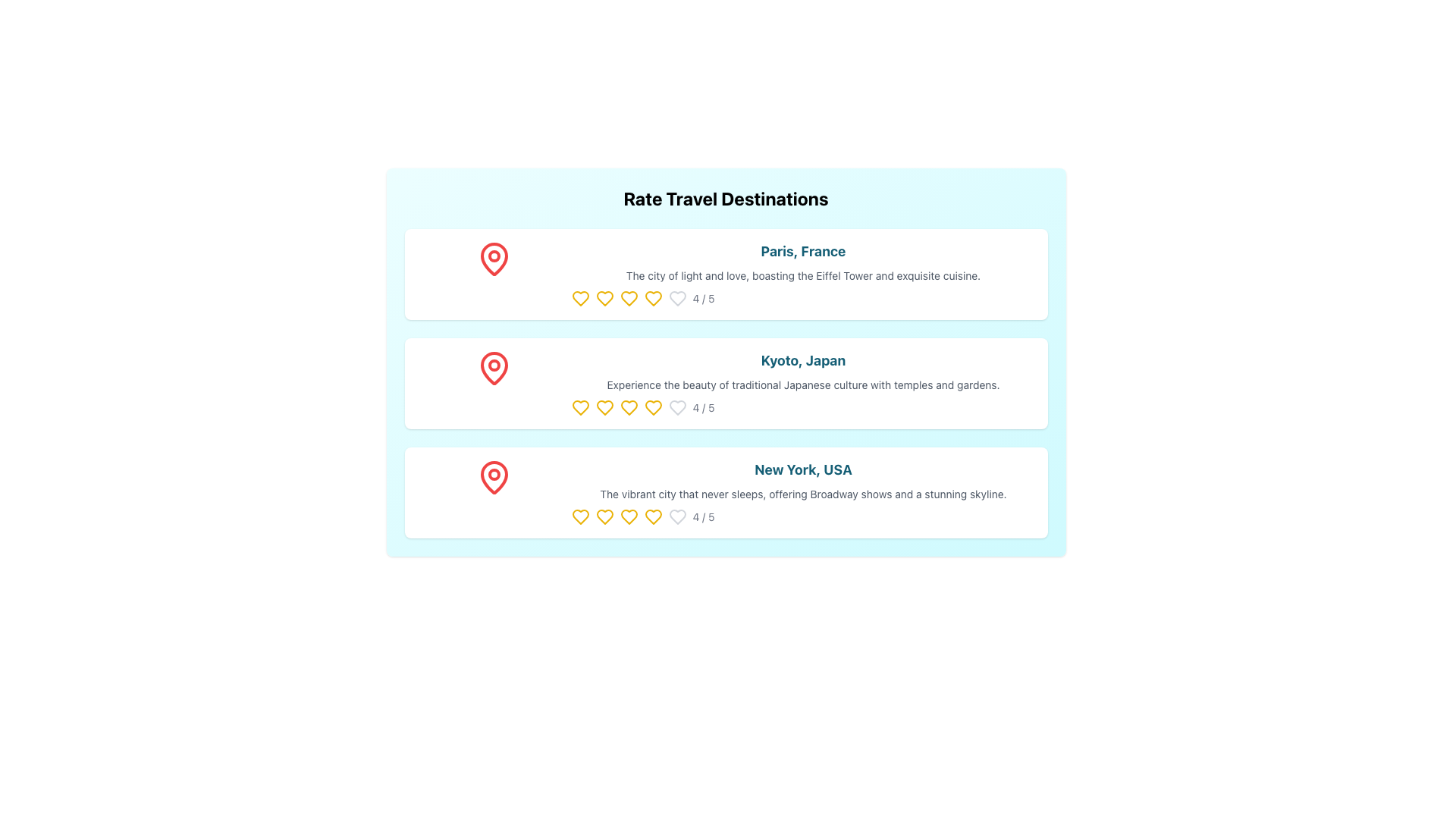 This screenshot has height=819, width=1456. I want to click on the informational text label that provides context about 'Paris, France', located between the text and the rating component, so click(802, 275).